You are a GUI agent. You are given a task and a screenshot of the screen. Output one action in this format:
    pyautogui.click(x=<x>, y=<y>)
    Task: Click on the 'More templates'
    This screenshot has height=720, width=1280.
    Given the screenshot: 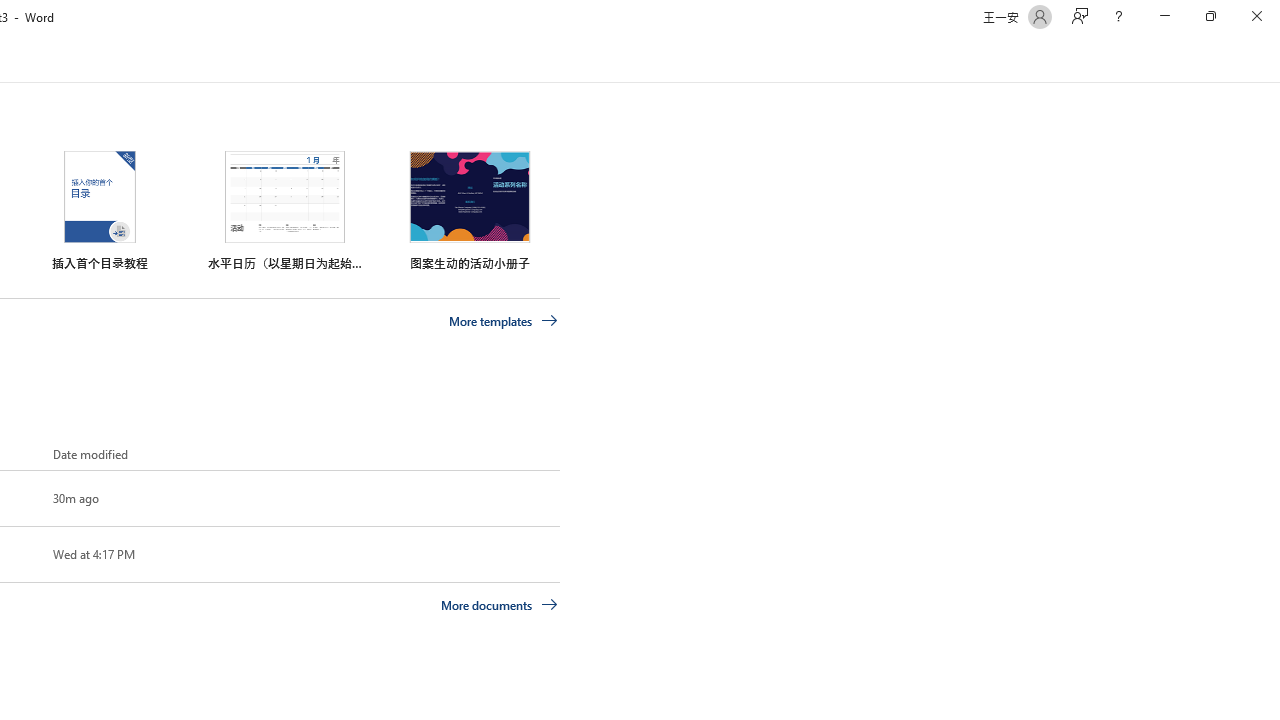 What is the action you would take?
    pyautogui.click(x=503, y=320)
    